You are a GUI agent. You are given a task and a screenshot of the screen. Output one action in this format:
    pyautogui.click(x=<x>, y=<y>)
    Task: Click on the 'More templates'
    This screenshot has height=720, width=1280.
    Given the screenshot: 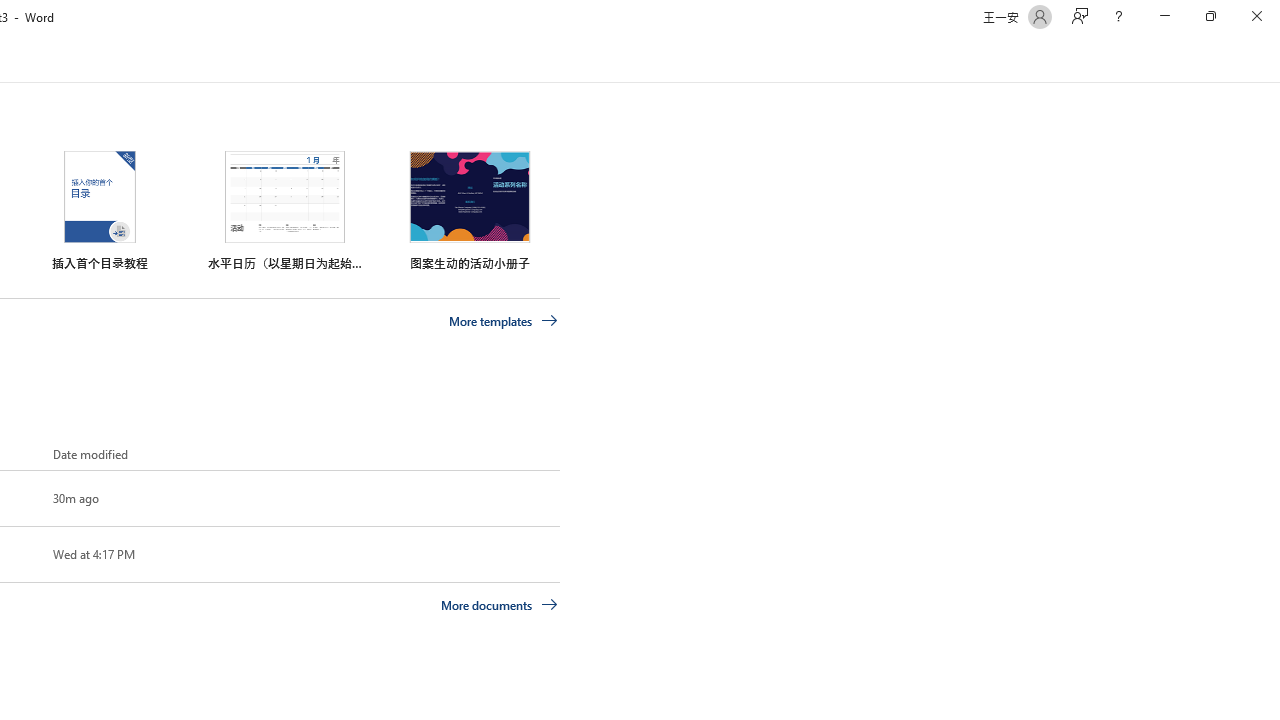 What is the action you would take?
    pyautogui.click(x=503, y=320)
    